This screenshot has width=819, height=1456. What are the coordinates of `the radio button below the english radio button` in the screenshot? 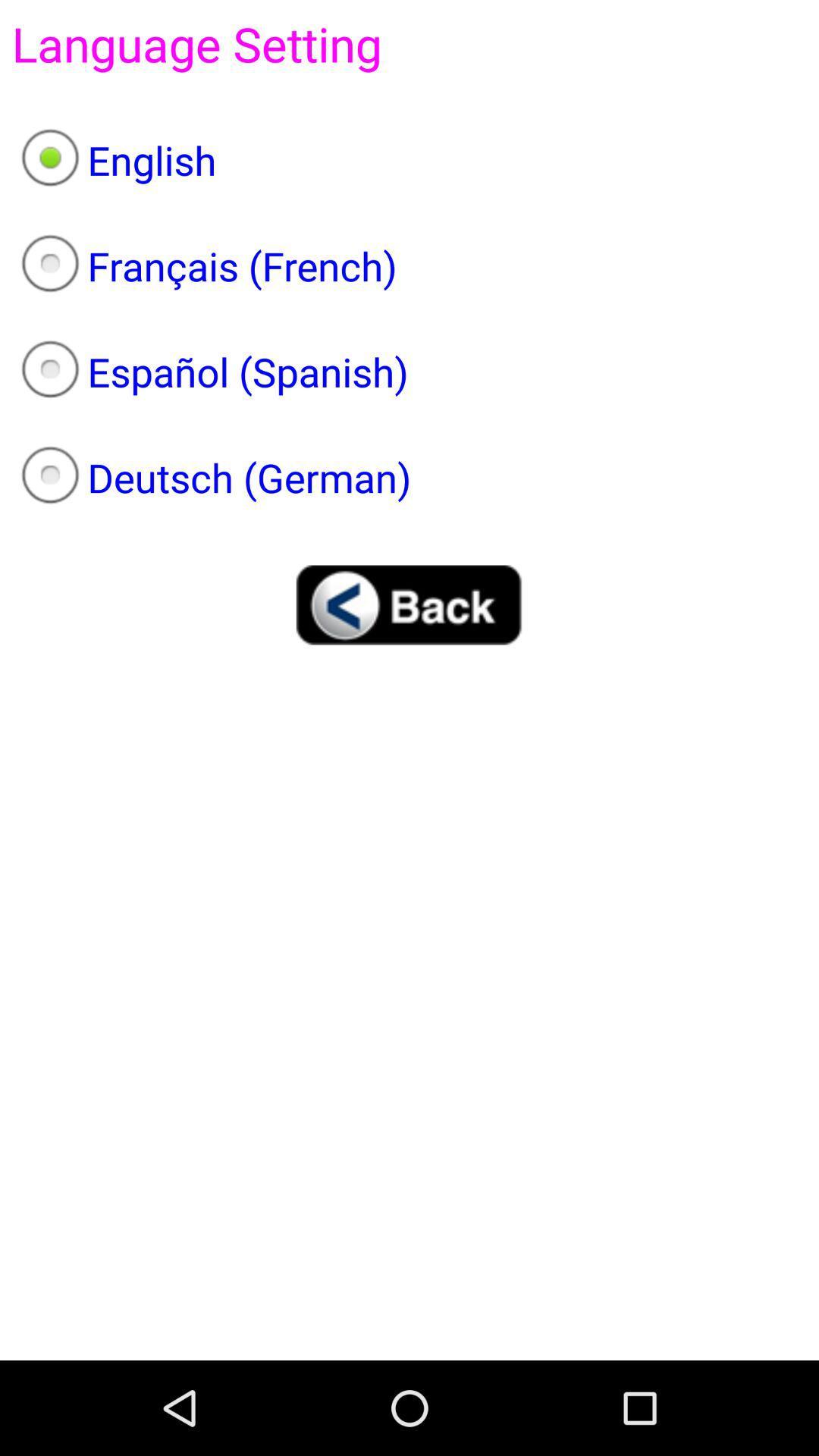 It's located at (409, 265).